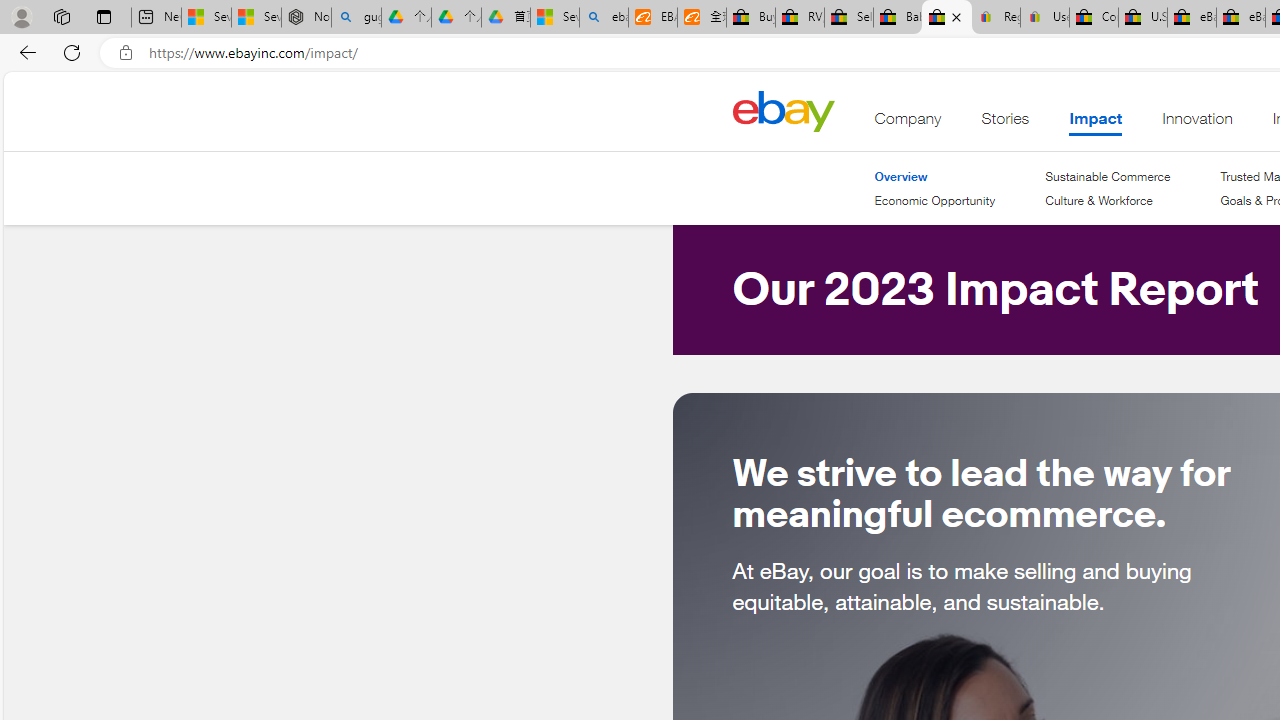  What do you see at coordinates (946, 17) in the screenshot?
I see `'eBay Impact - eBay Inc.'` at bounding box center [946, 17].